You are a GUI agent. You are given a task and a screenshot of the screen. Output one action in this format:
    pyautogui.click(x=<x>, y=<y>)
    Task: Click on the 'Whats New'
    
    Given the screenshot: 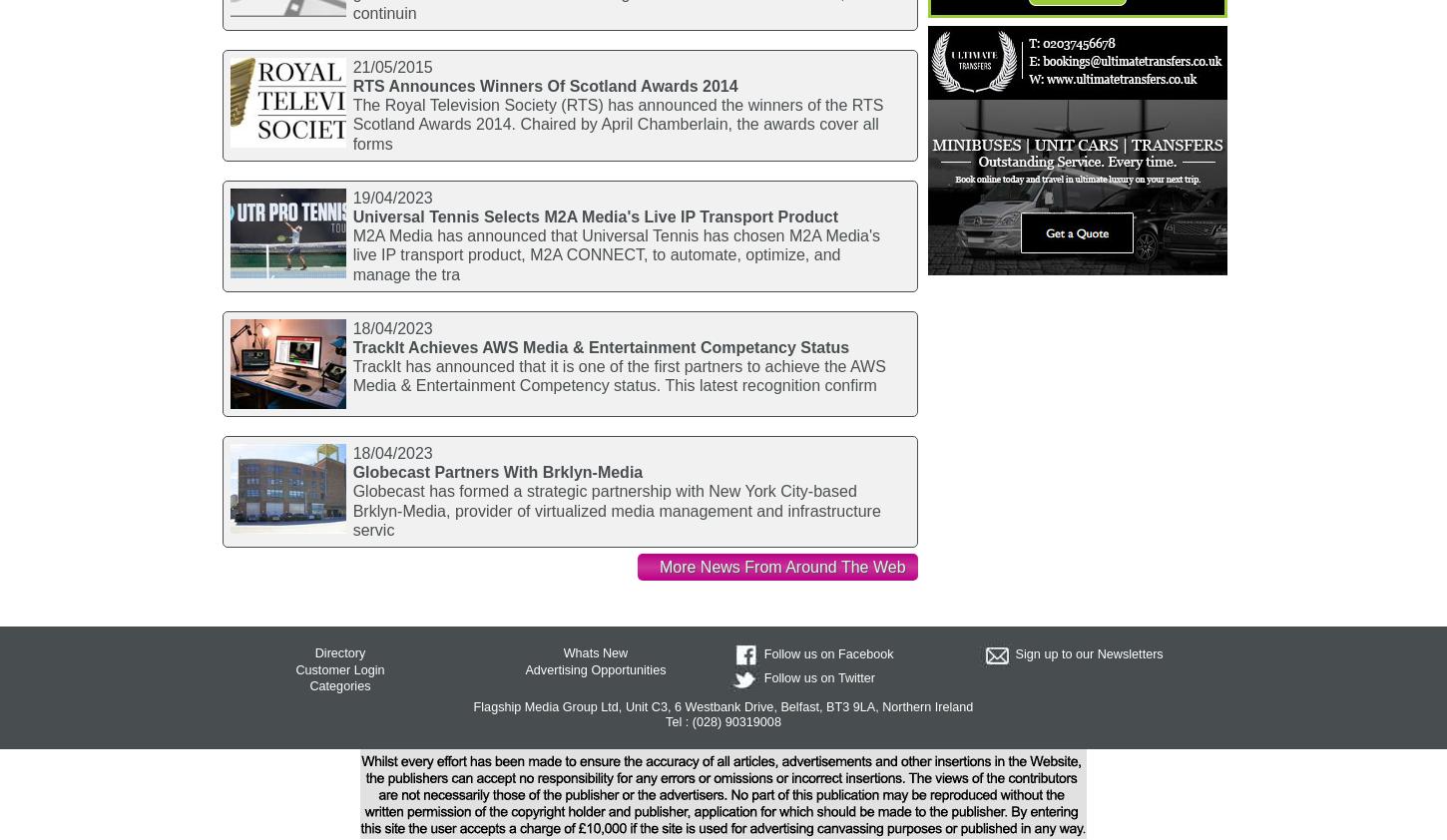 What is the action you would take?
    pyautogui.click(x=595, y=652)
    